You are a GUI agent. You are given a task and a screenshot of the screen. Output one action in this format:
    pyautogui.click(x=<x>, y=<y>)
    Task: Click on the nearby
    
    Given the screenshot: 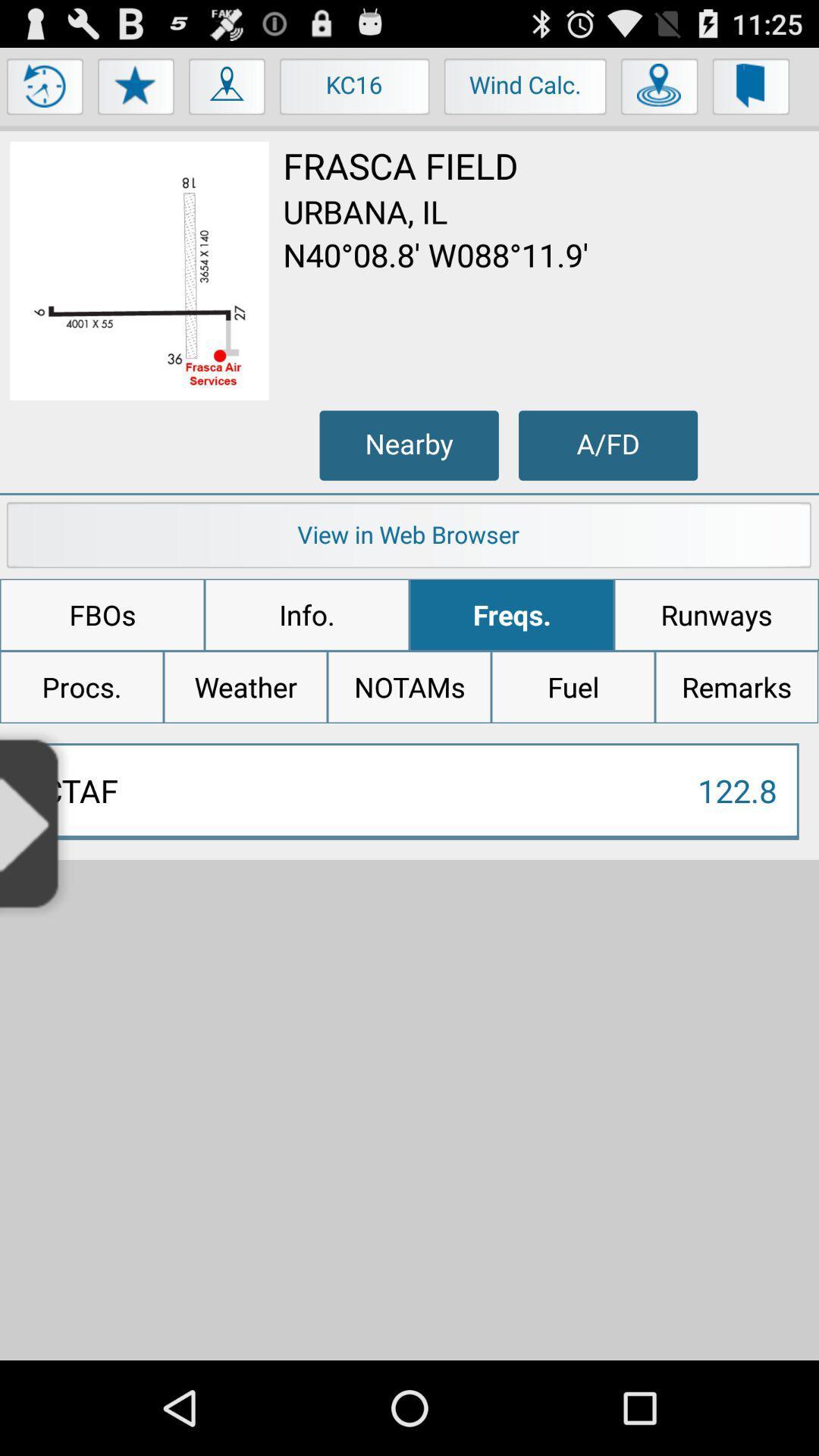 What is the action you would take?
    pyautogui.click(x=408, y=444)
    